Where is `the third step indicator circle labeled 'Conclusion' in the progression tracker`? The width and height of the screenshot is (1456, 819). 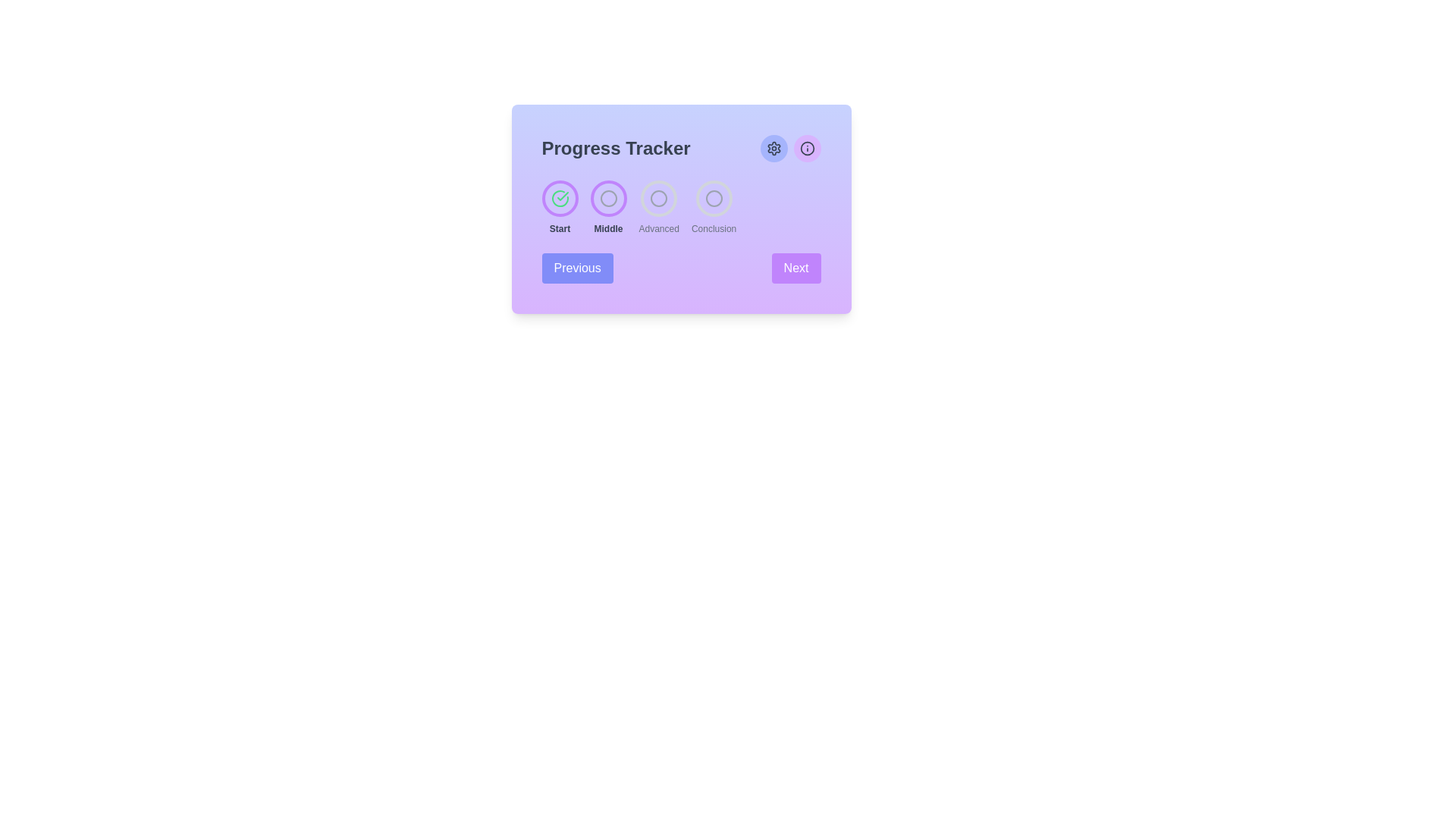
the third step indicator circle labeled 'Conclusion' in the progression tracker is located at coordinates (713, 198).